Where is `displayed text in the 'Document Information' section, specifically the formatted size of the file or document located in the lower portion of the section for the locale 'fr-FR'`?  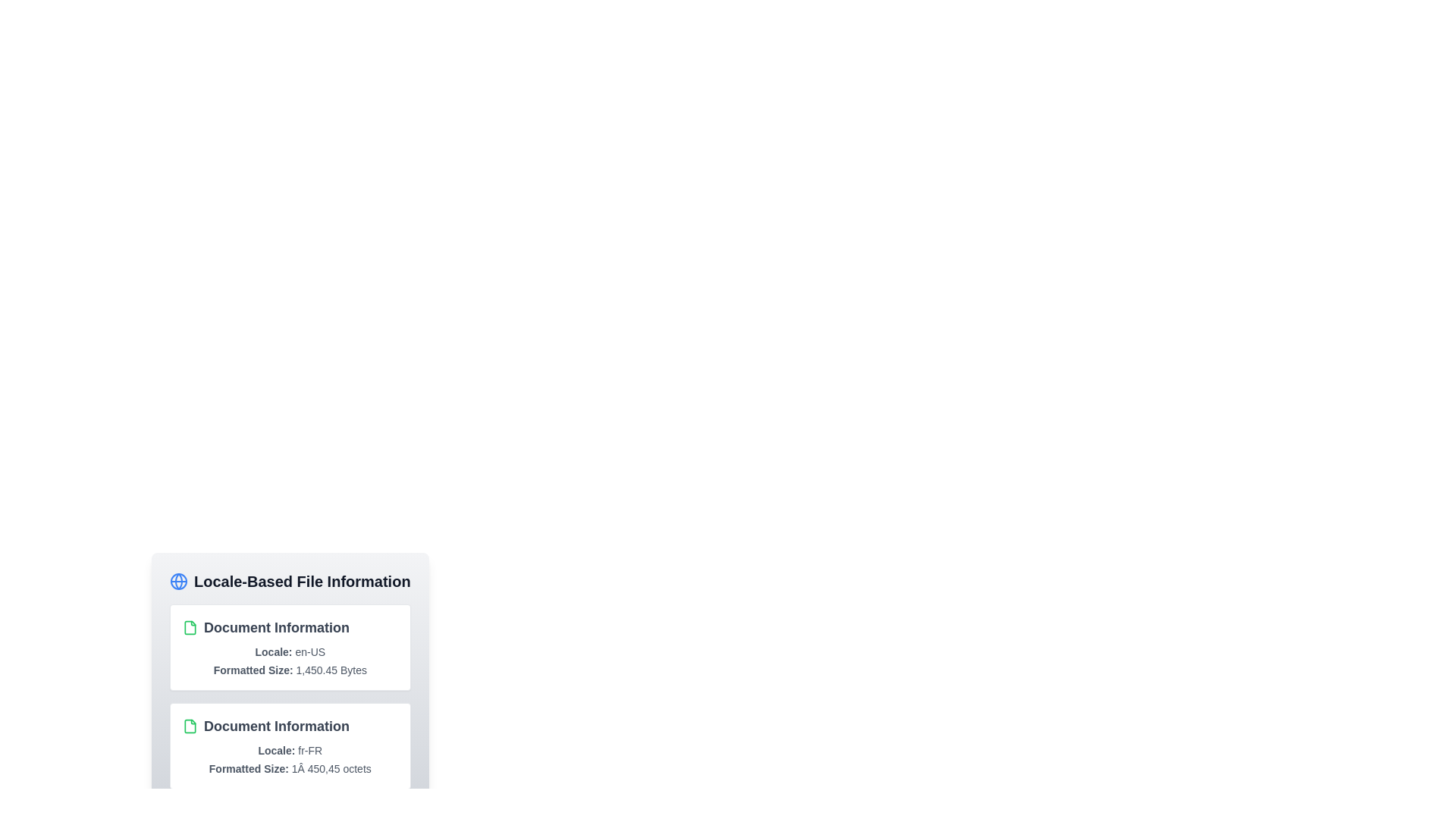 displayed text in the 'Document Information' section, specifically the formatted size of the file or document located in the lower portion of the section for the locale 'fr-FR' is located at coordinates (290, 769).